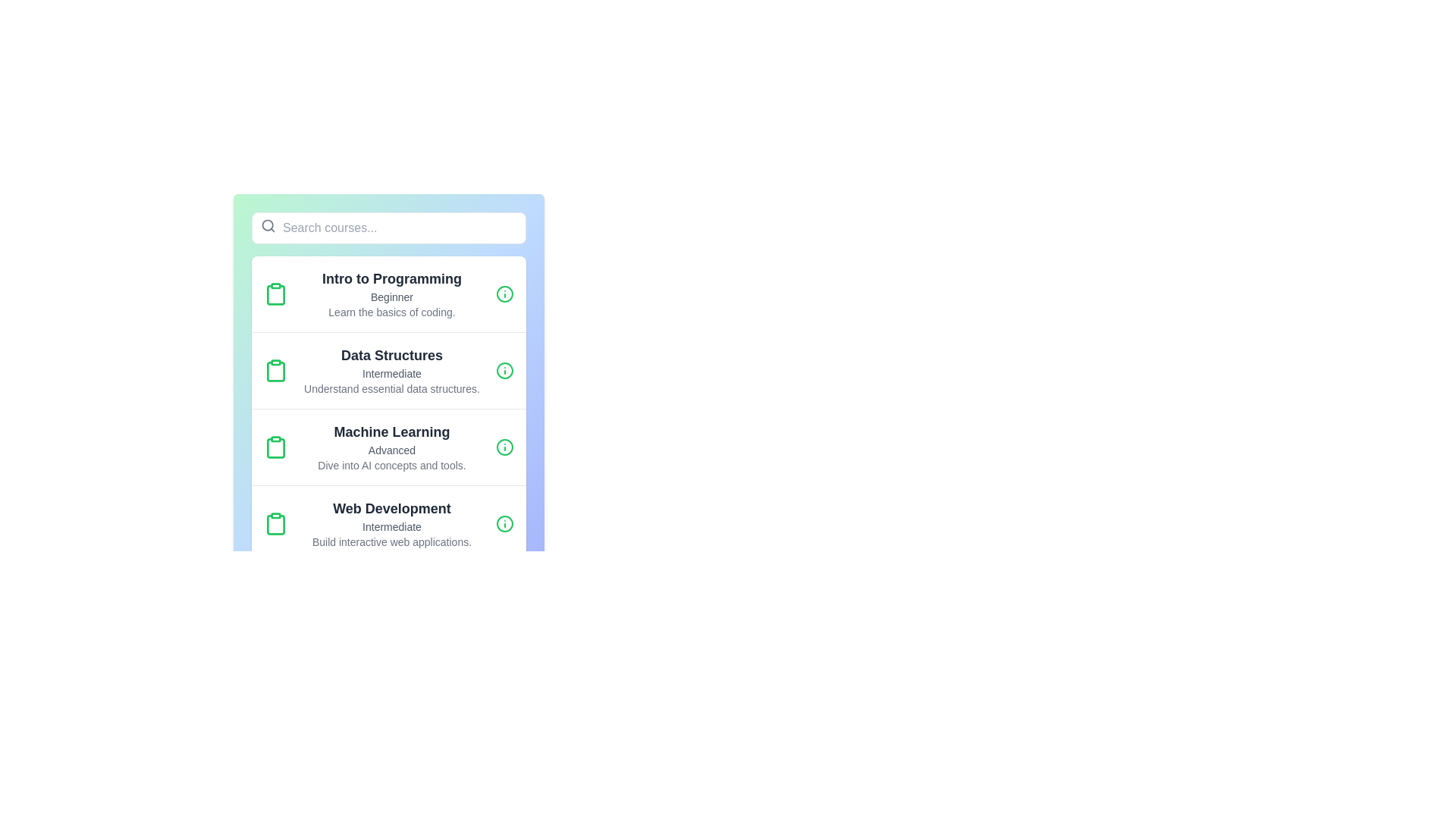  Describe the element at coordinates (392, 541) in the screenshot. I see `the static text displaying 'Build interactive web applications.' located below the 'Intermediate' label in the 'Web Development' section` at that location.